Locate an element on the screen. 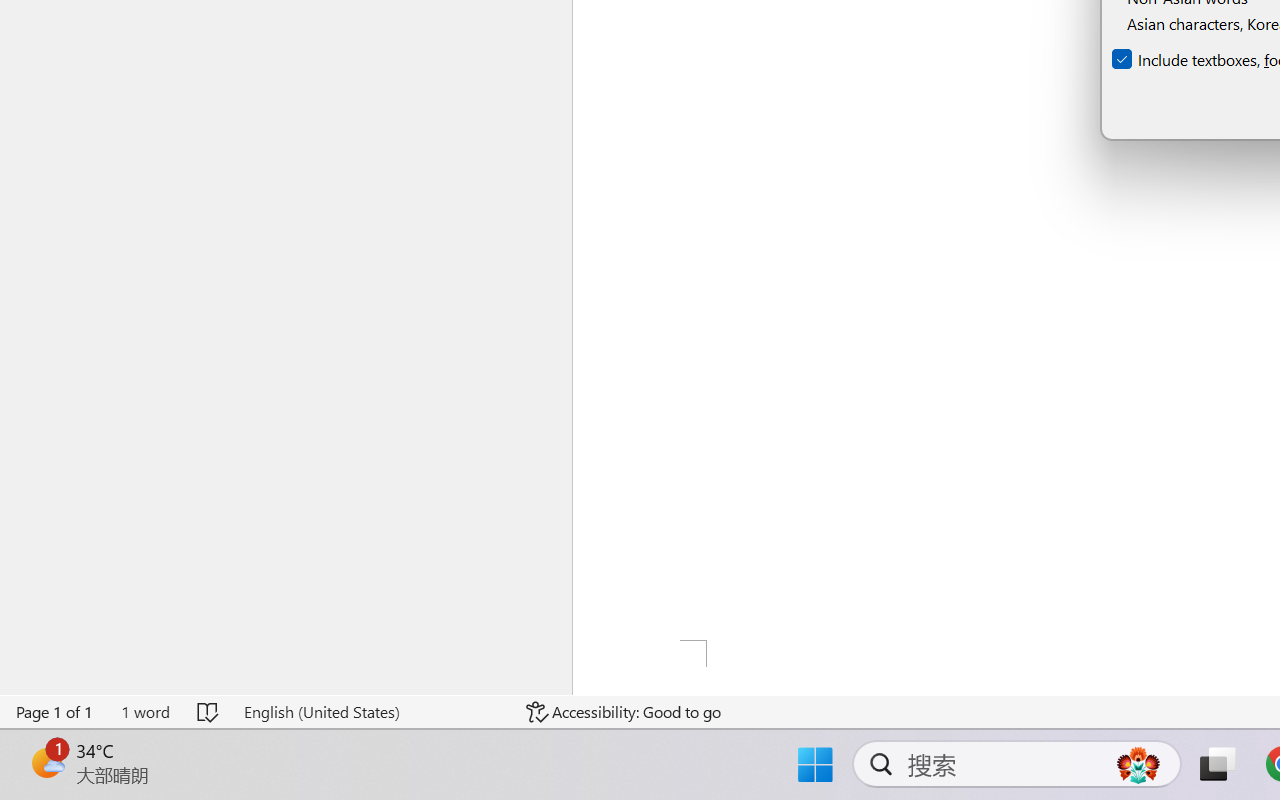 This screenshot has height=800, width=1280. 'Accessibility Checker Accessibility: Good to go' is located at coordinates (623, 711).